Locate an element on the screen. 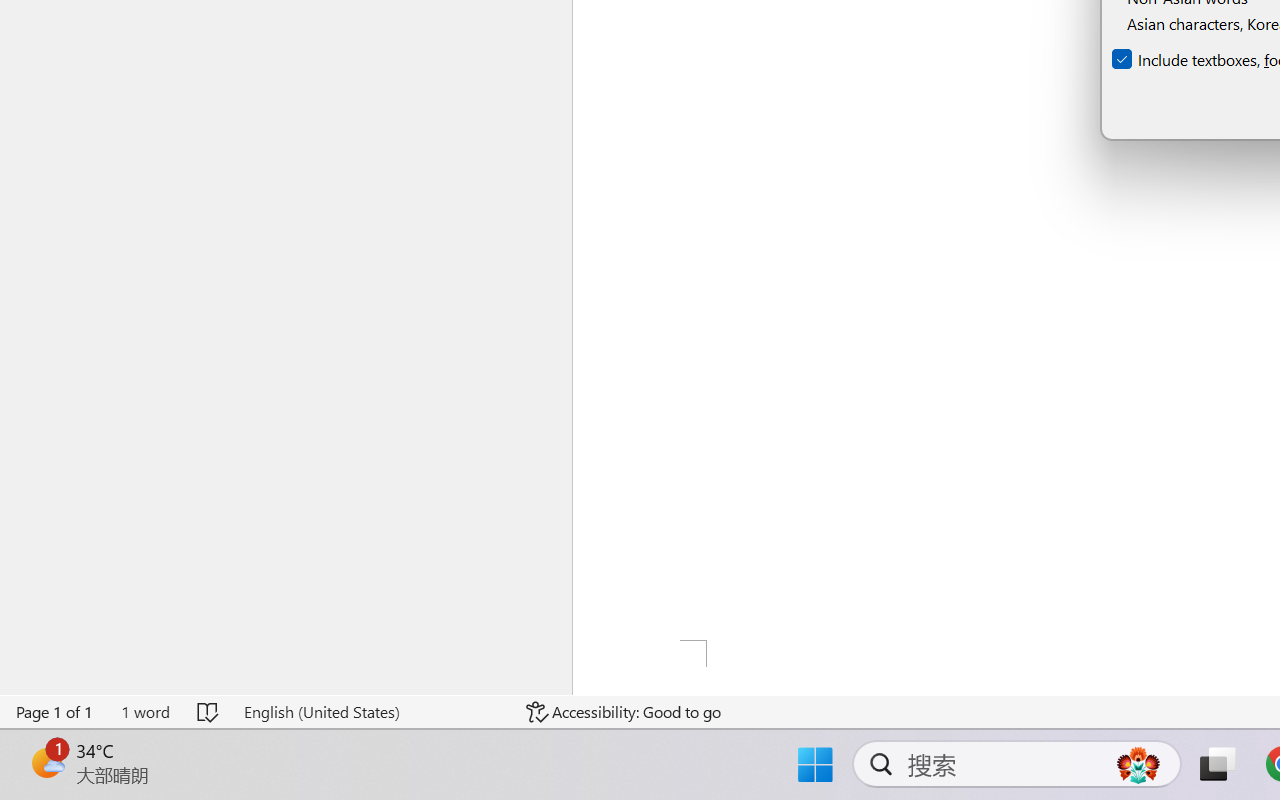 This screenshot has height=800, width=1280. 'Accessibility Checker Accessibility: Good to go' is located at coordinates (623, 711).